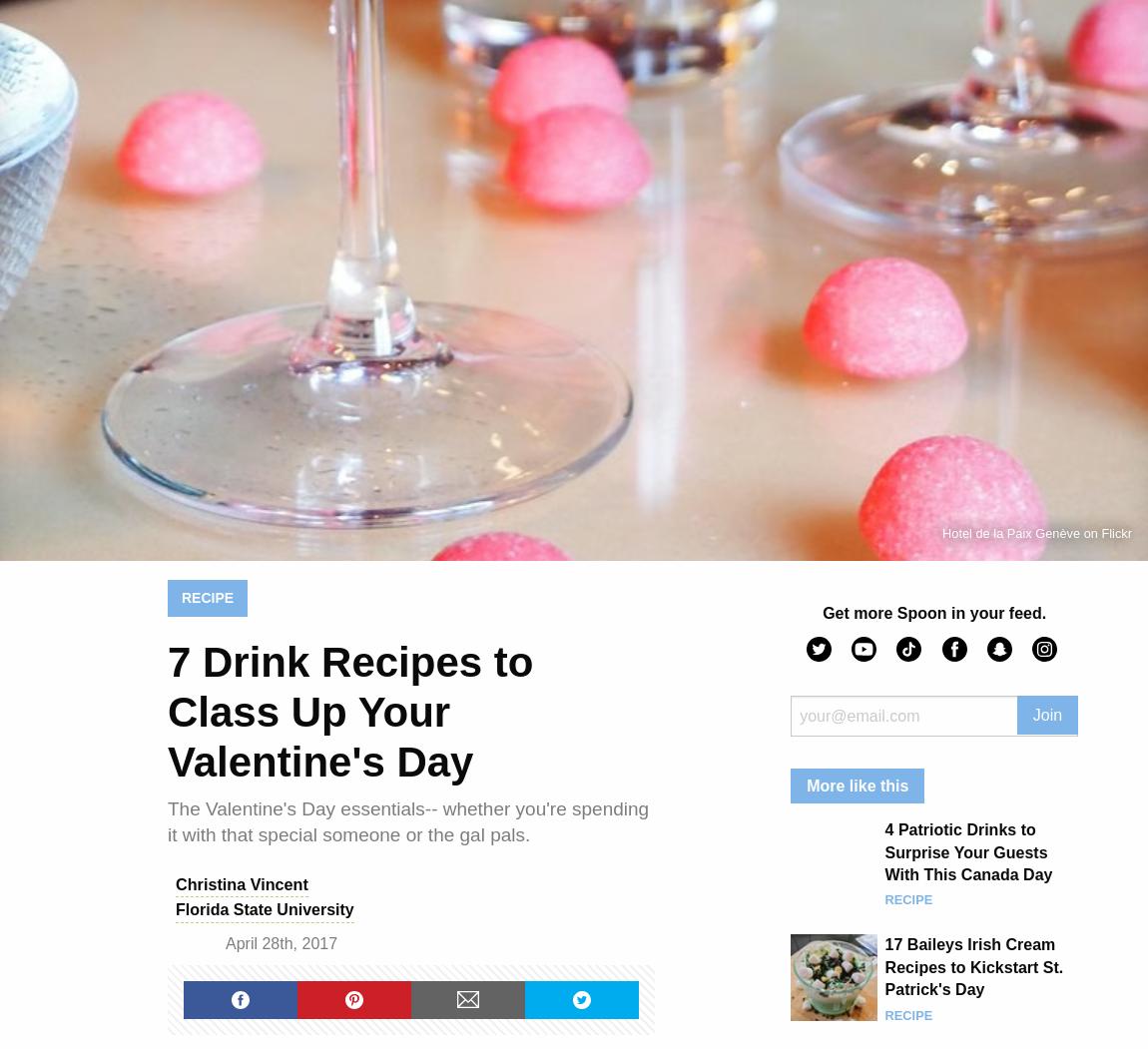 This screenshot has height=1049, width=1148. What do you see at coordinates (167, 821) in the screenshot?
I see `'The Valentine's Day essentials-- whether you're spending it with that special someone or the gal pals.'` at bounding box center [167, 821].